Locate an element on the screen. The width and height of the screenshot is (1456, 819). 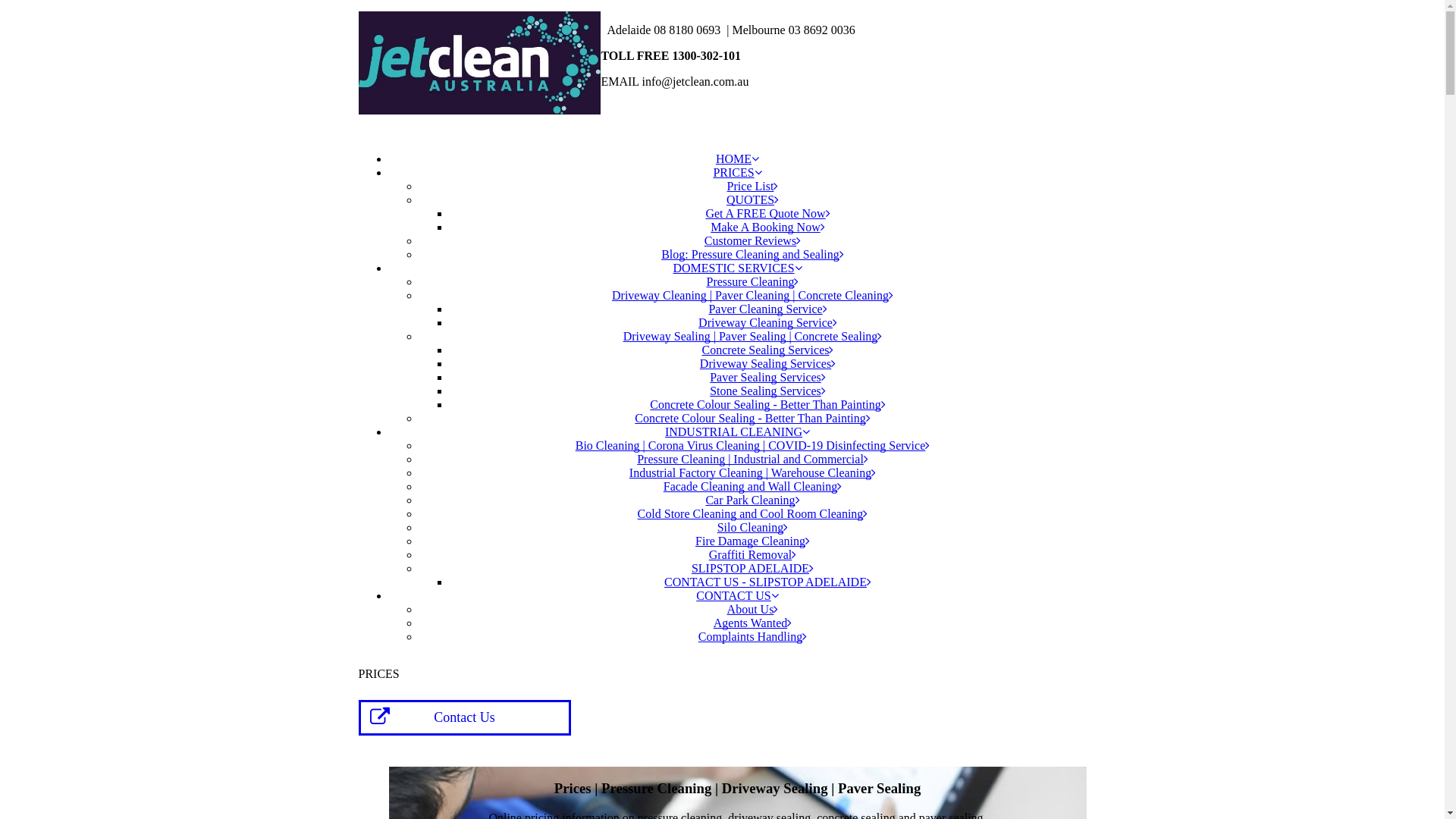
'CONTACT US' is located at coordinates (695, 595).